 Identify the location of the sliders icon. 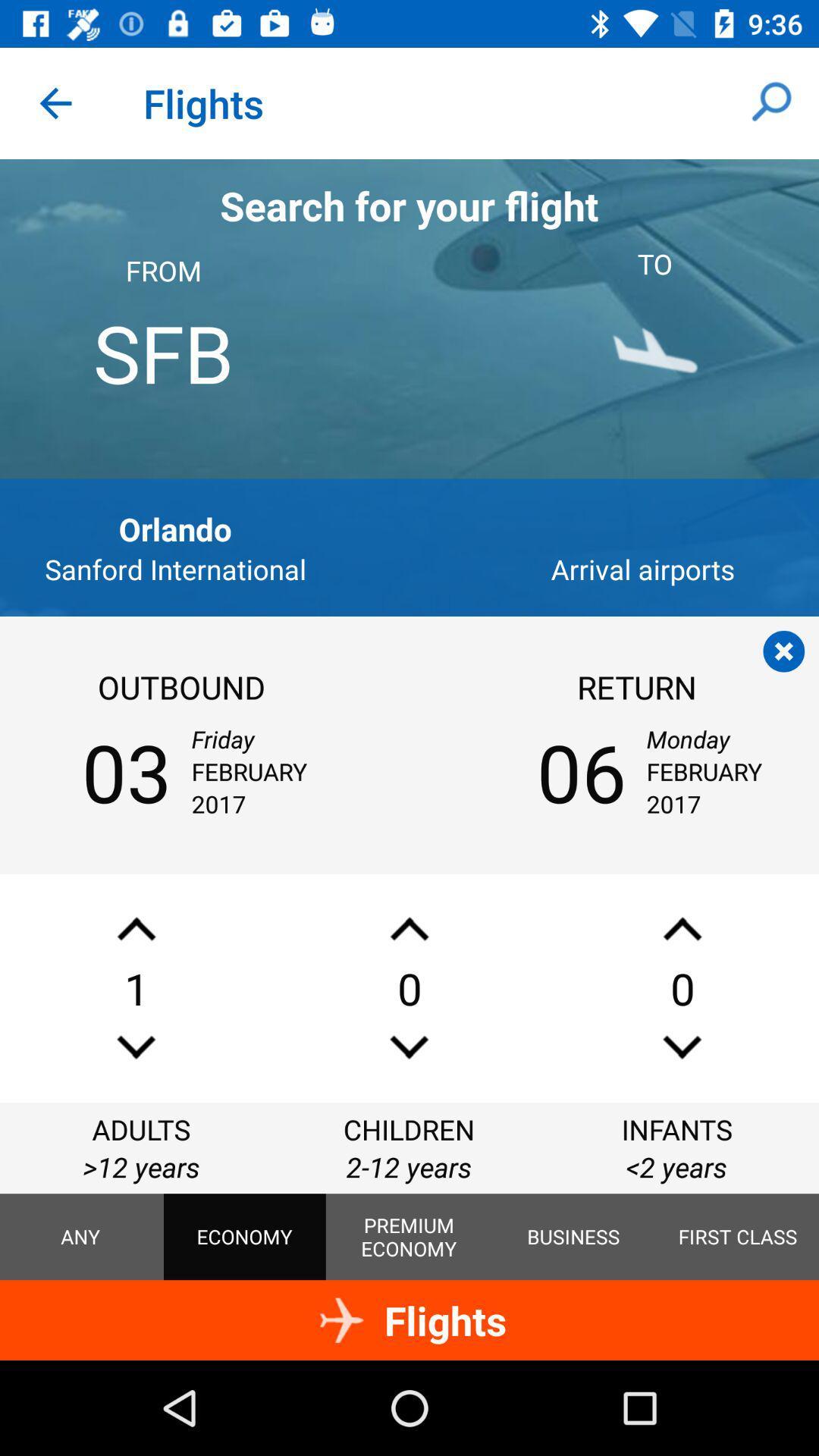
(681, 1046).